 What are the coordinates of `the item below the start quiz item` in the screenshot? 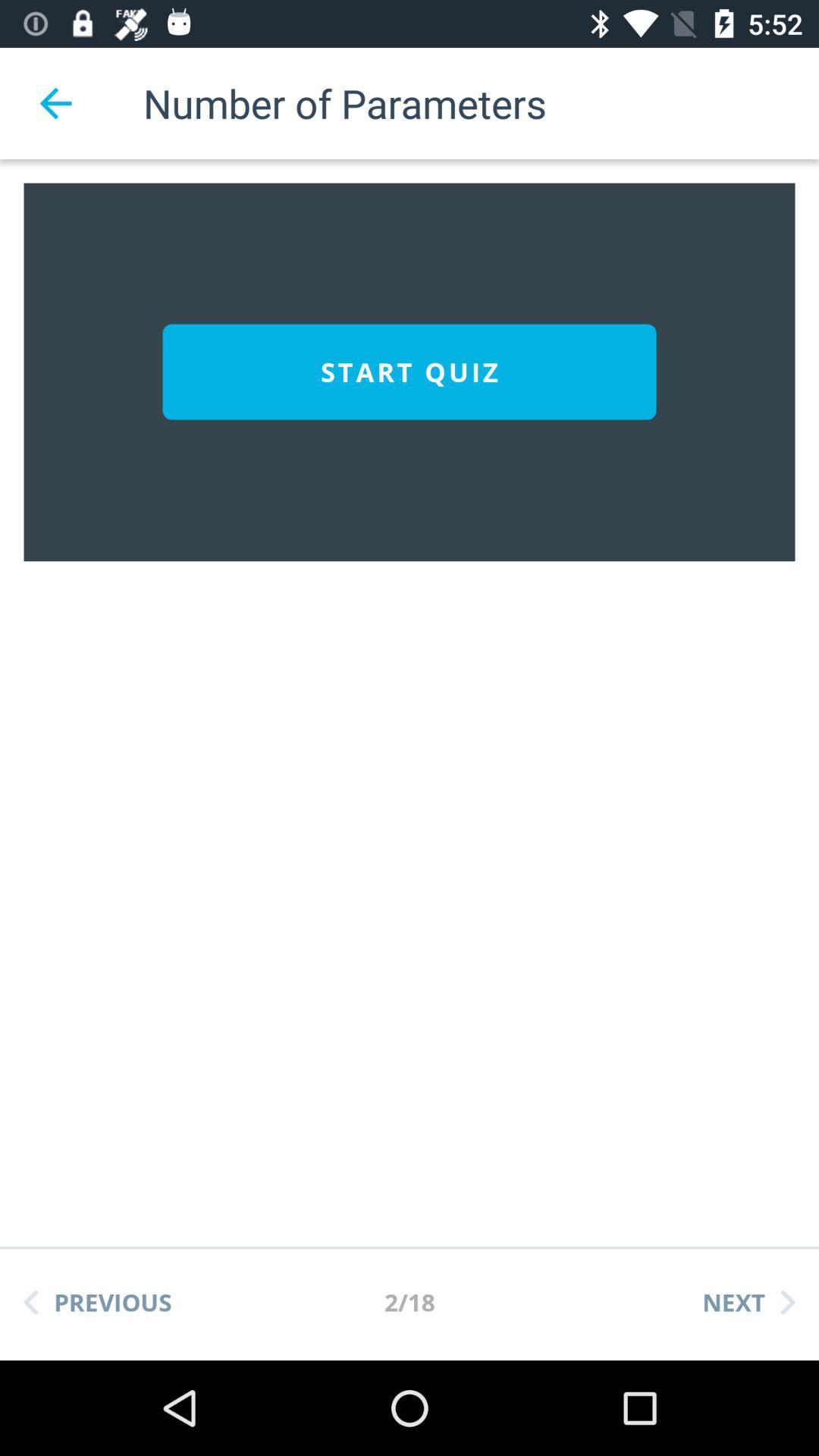 It's located at (97, 1301).